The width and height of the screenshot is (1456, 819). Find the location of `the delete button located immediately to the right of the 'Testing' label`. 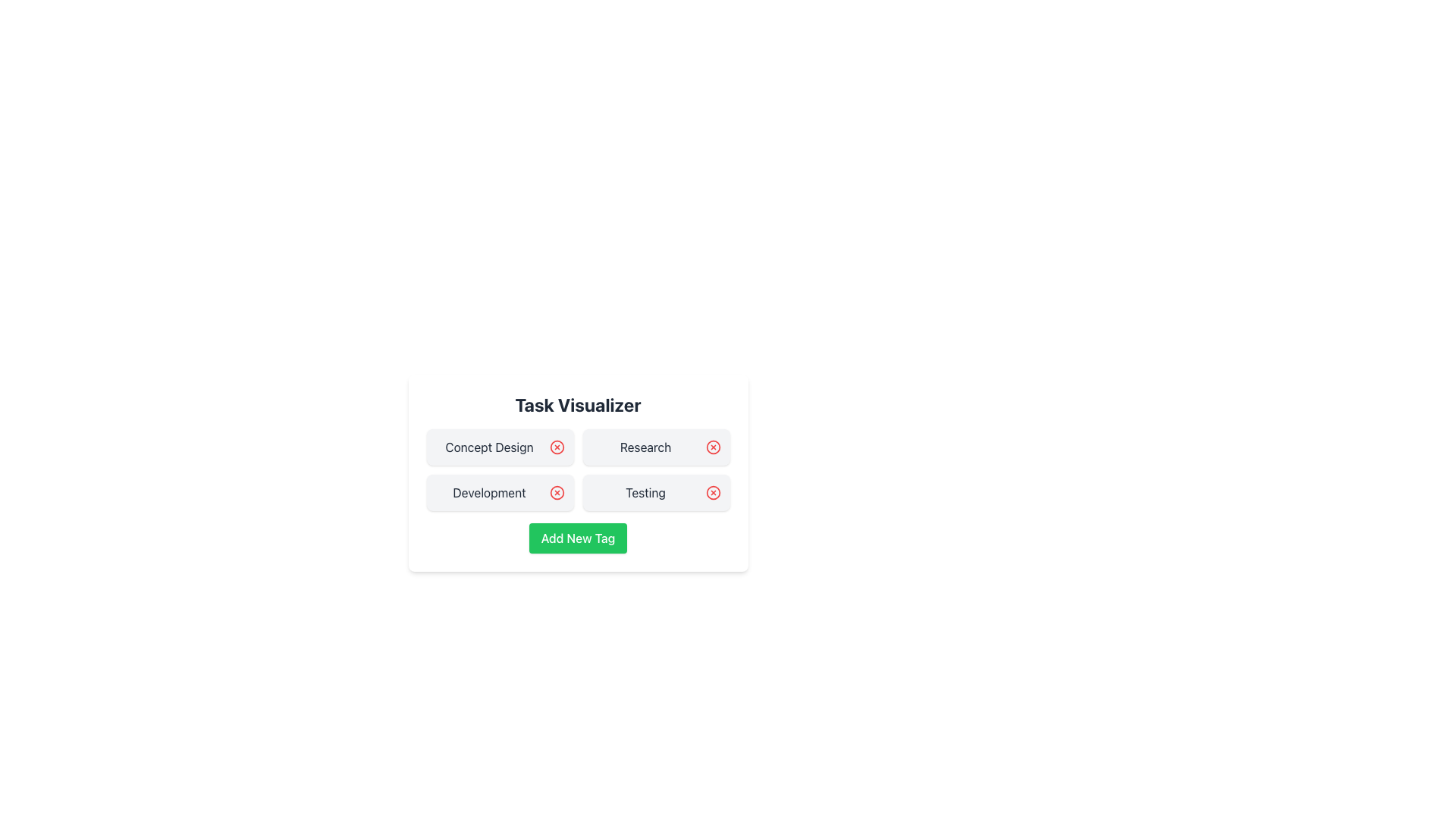

the delete button located immediately to the right of the 'Testing' label is located at coordinates (712, 493).